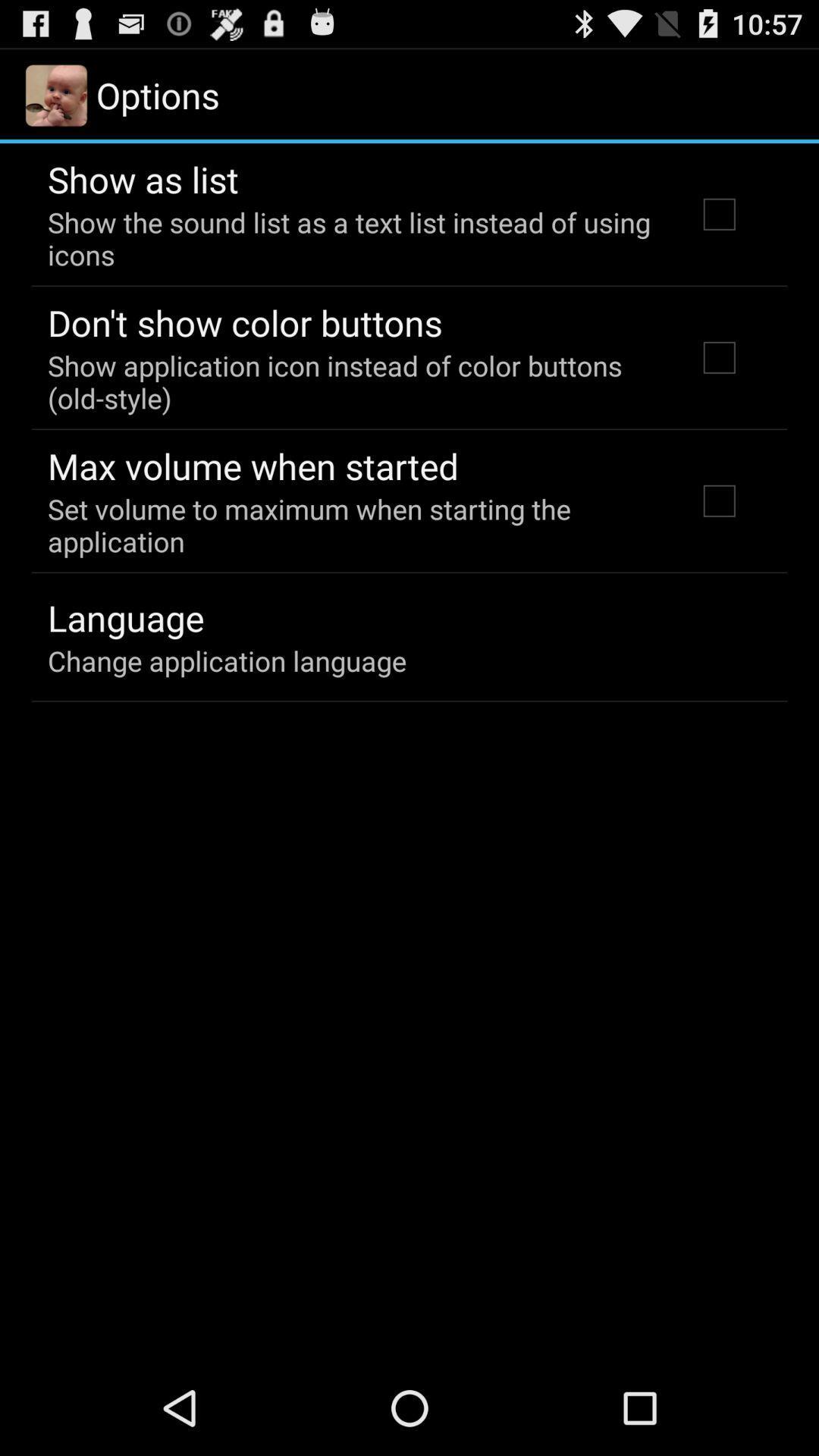 Image resolution: width=819 pixels, height=1456 pixels. What do you see at coordinates (351, 381) in the screenshot?
I see `the item below the don t show item` at bounding box center [351, 381].